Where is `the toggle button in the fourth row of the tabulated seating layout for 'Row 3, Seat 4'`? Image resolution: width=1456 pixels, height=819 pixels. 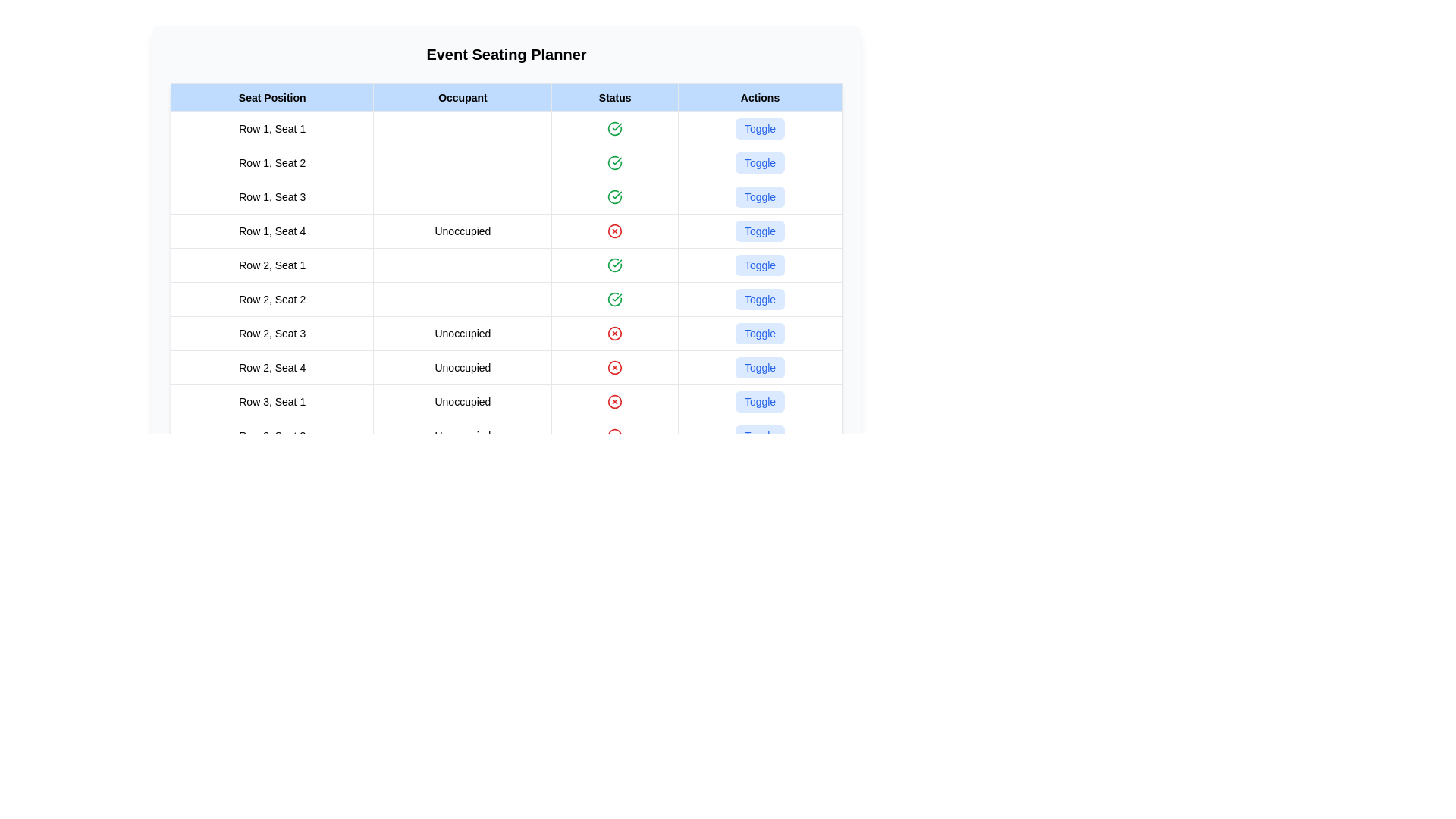 the toggle button in the fourth row of the tabulated seating layout for 'Row 3, Seat 4' is located at coordinates (506, 504).